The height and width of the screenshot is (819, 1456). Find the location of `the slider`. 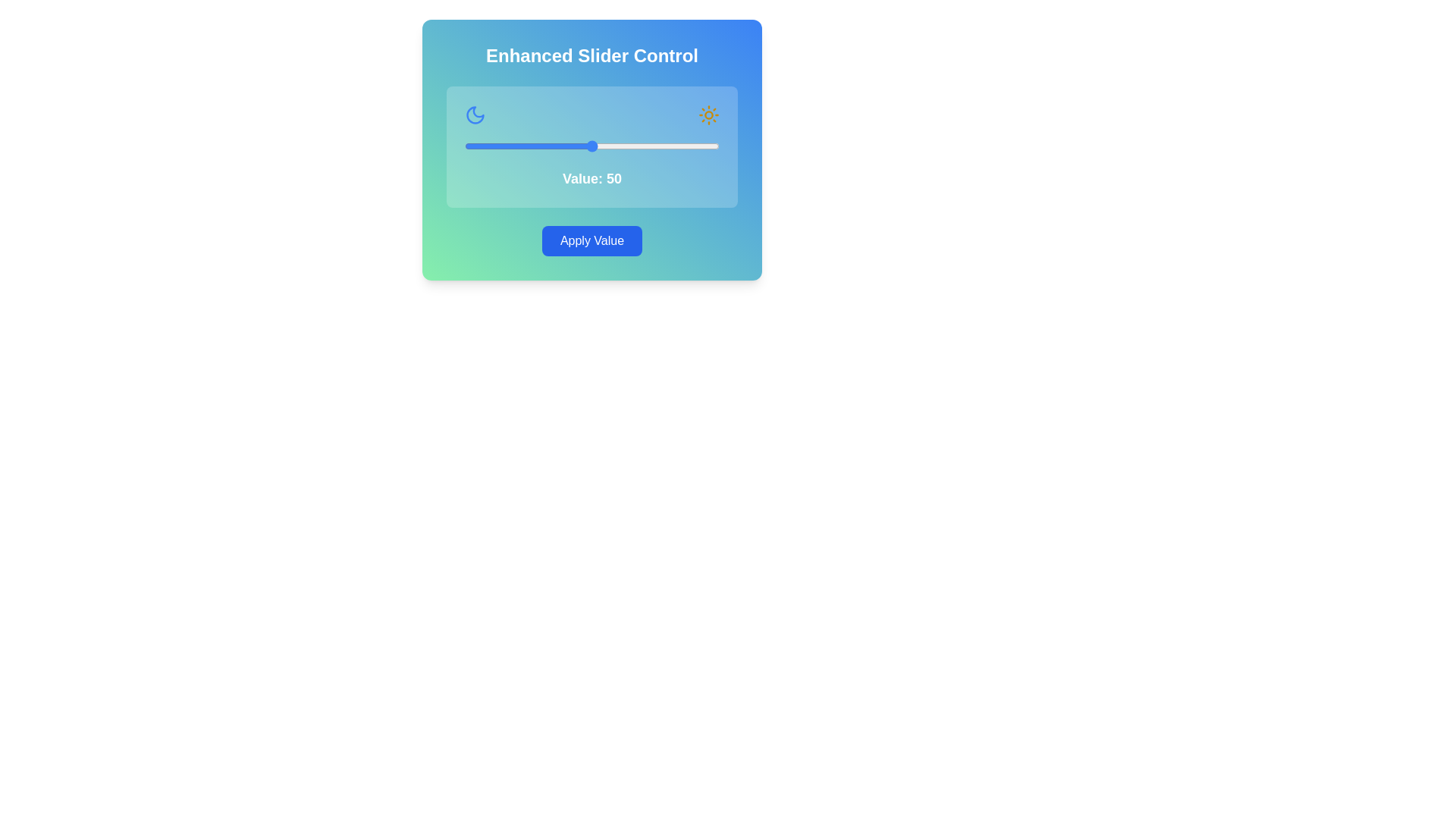

the slider is located at coordinates (560, 146).